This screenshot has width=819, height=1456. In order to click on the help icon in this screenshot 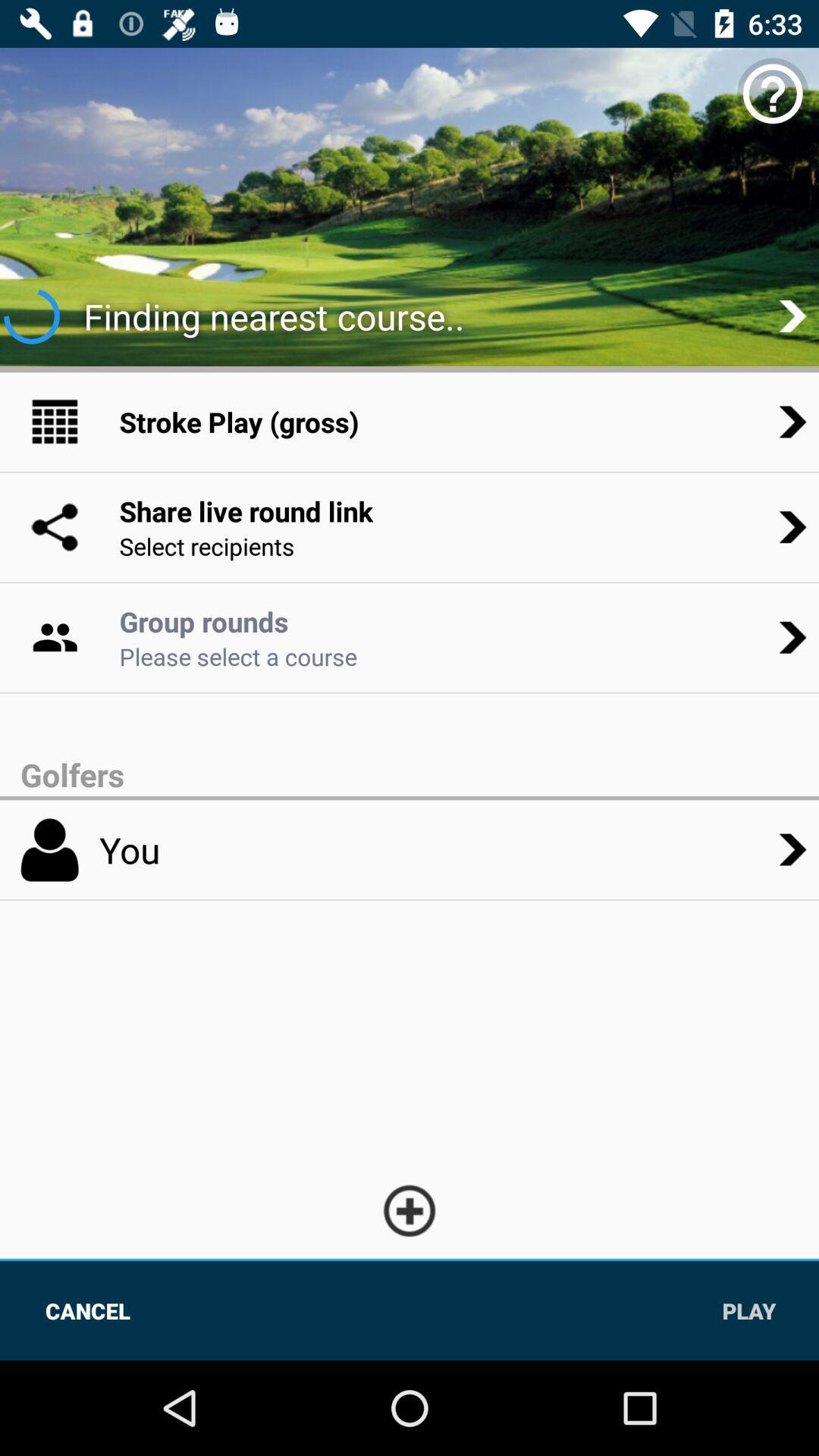, I will do `click(773, 93)`.